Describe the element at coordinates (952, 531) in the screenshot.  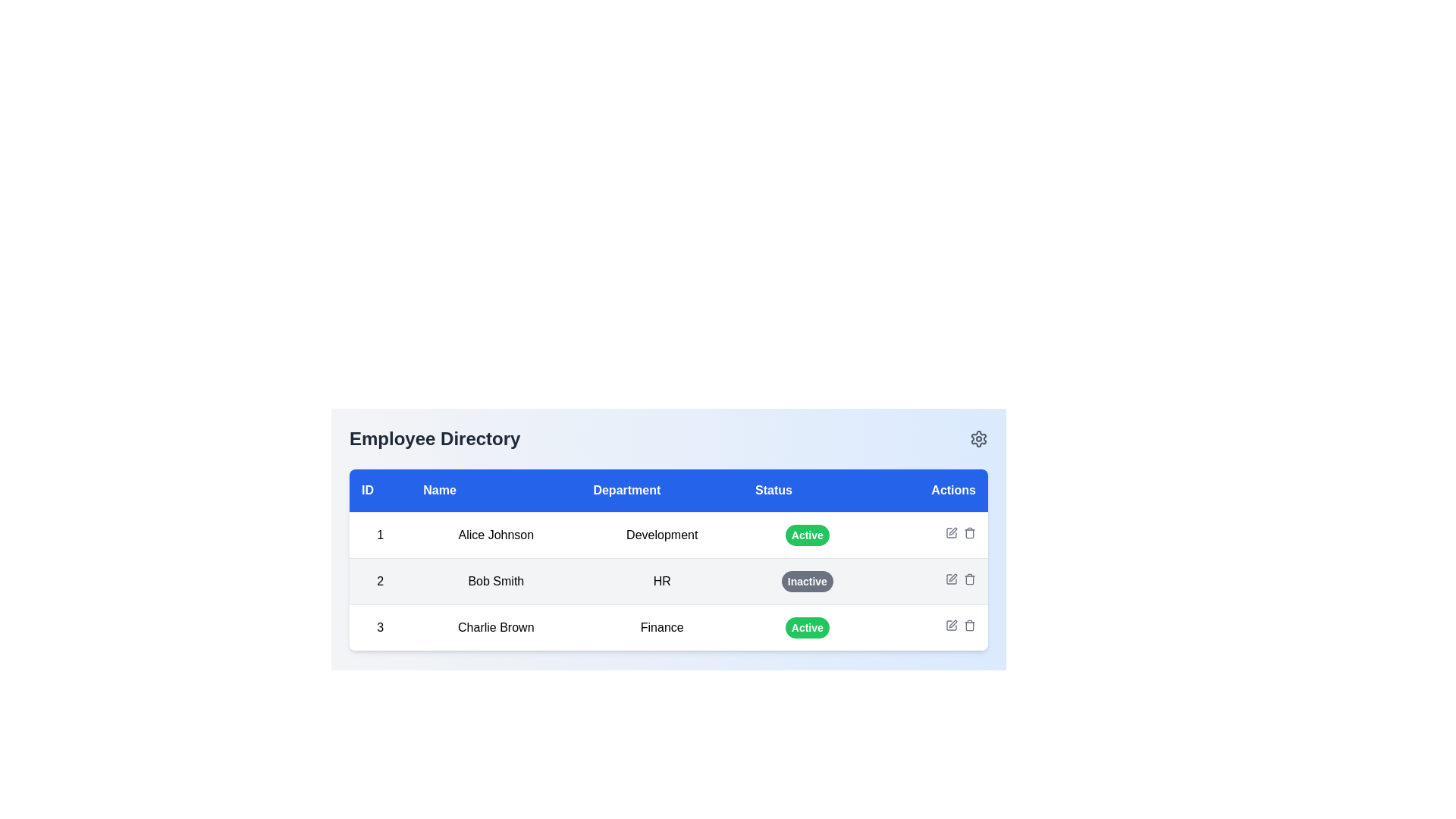
I see `the Edit button icon, which is a pen-shaped icon located in the Actions column of the second row in the employee directory table` at that location.